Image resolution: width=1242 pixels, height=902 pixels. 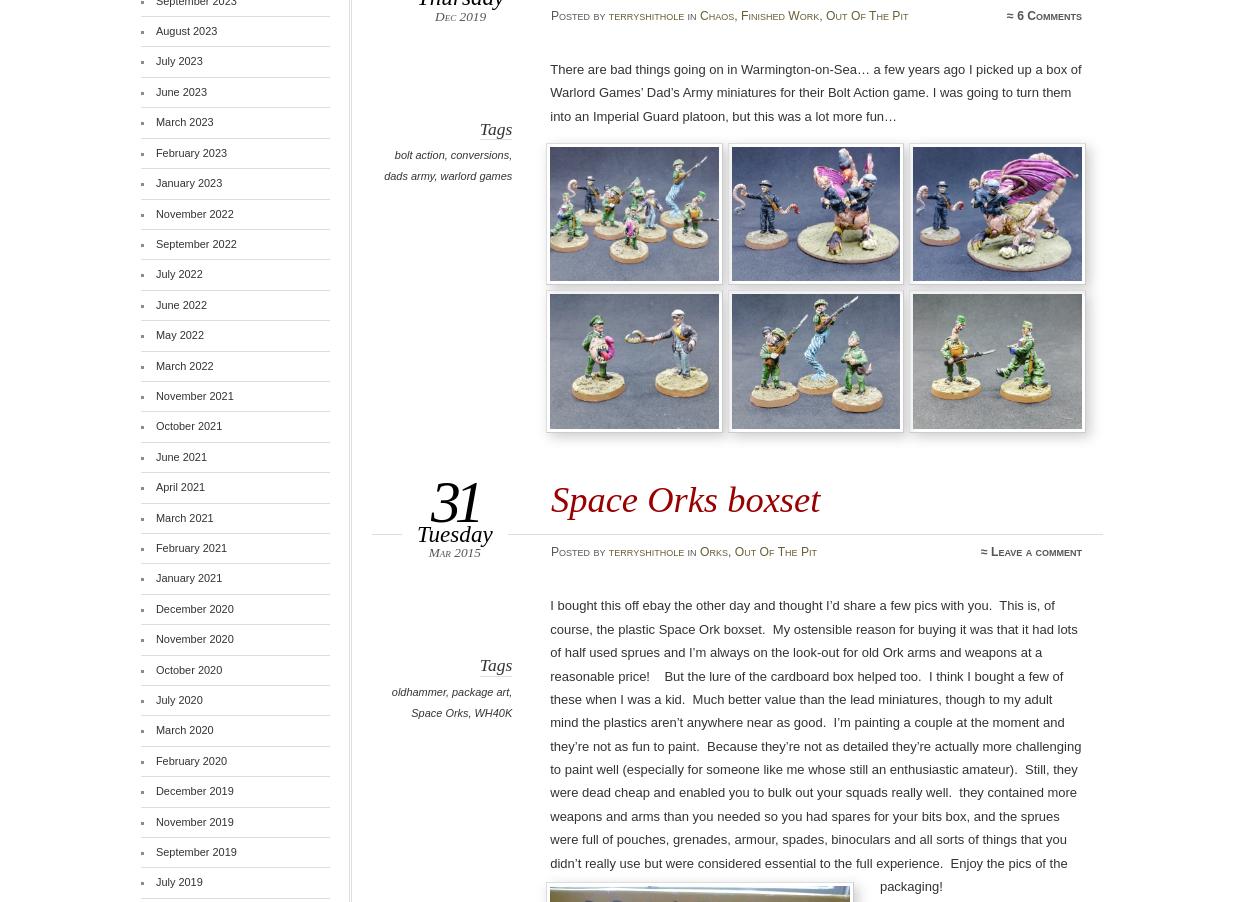 What do you see at coordinates (195, 242) in the screenshot?
I see `'September 2022'` at bounding box center [195, 242].